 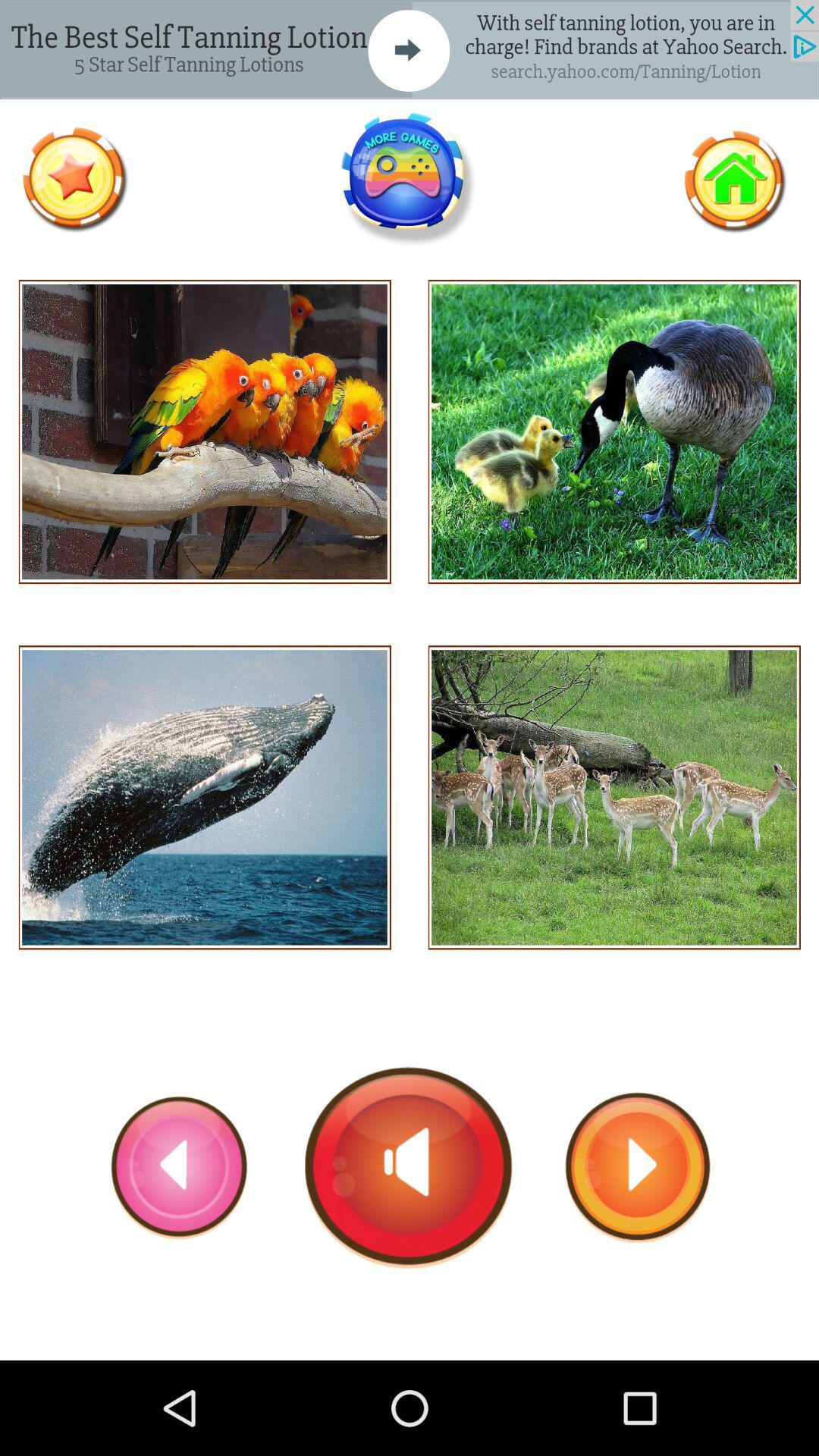 What do you see at coordinates (409, 49) in the screenshot?
I see `advertisement` at bounding box center [409, 49].